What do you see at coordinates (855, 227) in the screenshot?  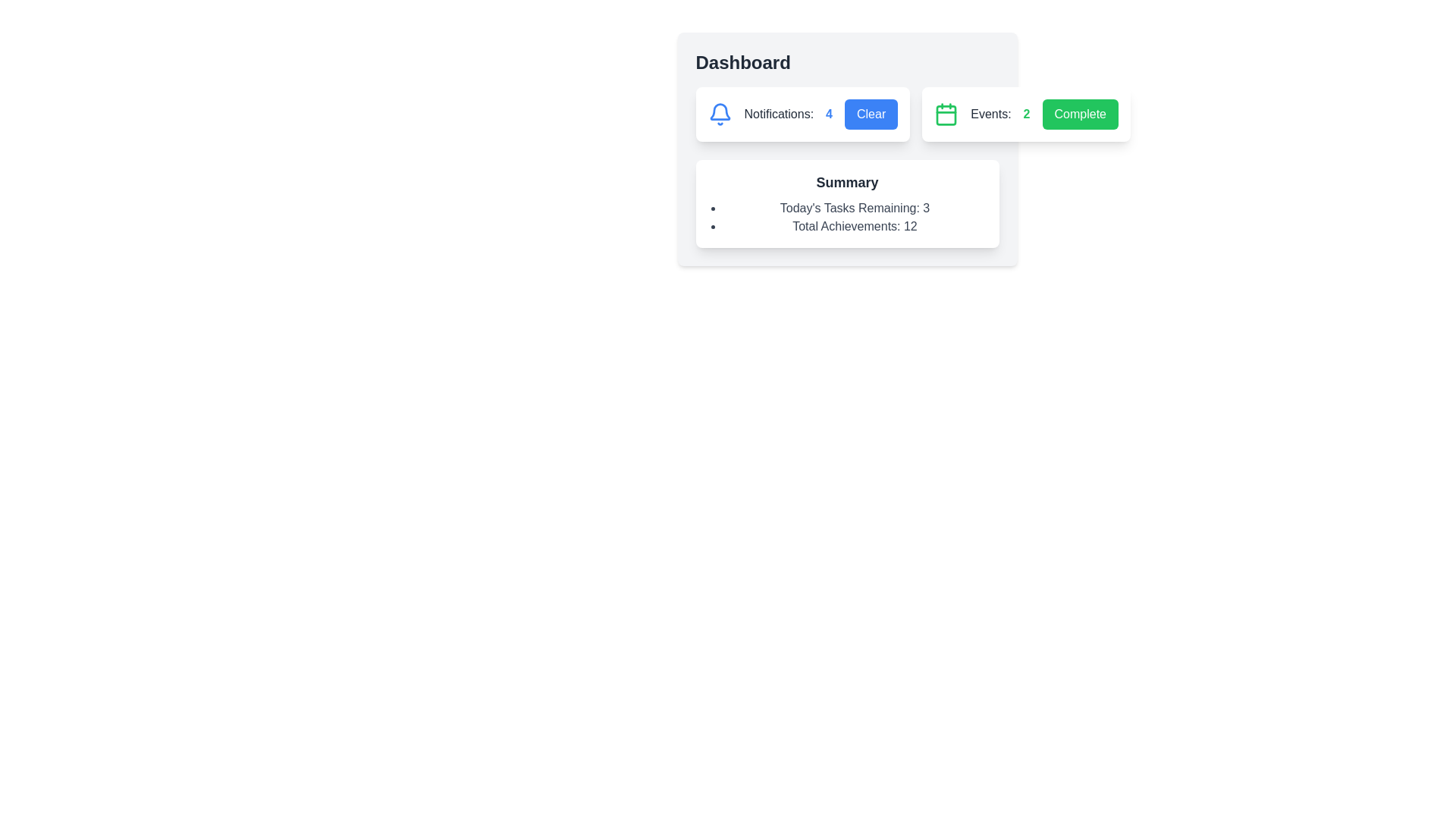 I see `the text label displaying 'Total Achievements: 12' located under the 'Summary' section on the dashboard` at bounding box center [855, 227].